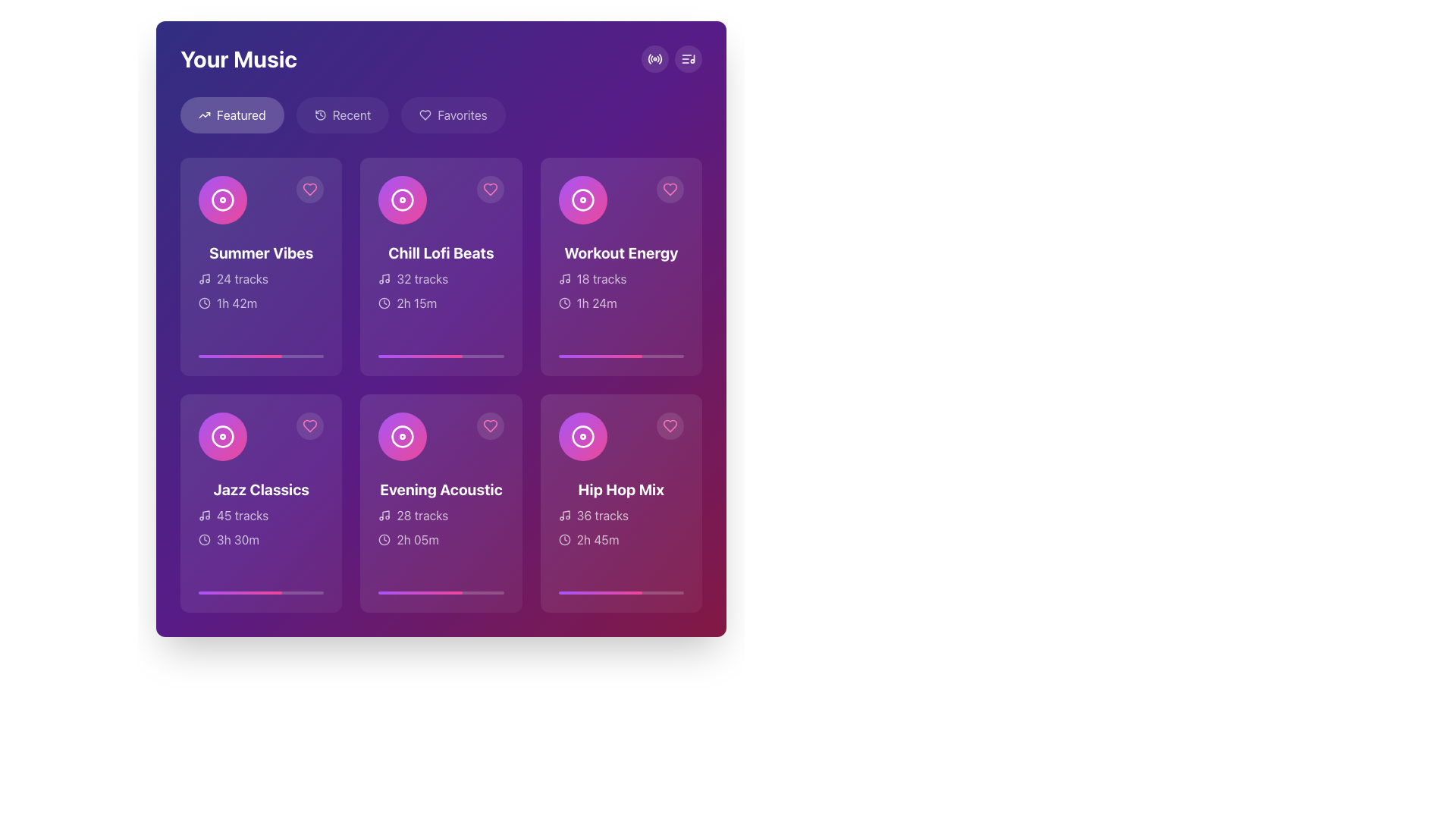 The width and height of the screenshot is (1456, 819). I want to click on the text label displaying '1h 24m' within the 'Workout Energy' music card, which is centrally aligned below the card title and track count, so click(596, 303).